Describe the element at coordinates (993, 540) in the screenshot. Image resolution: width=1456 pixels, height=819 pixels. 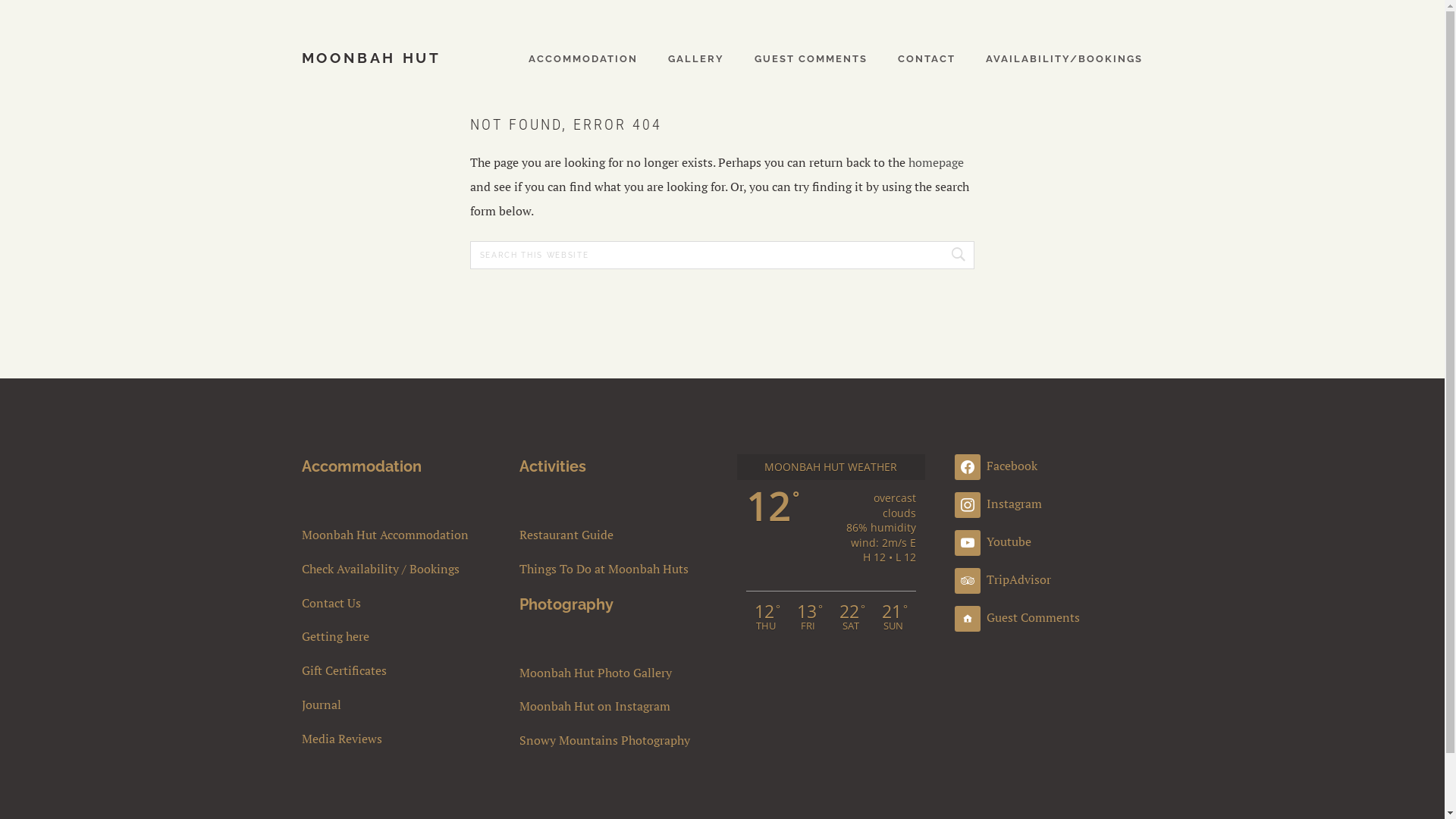
I see `'Youtube'` at that location.